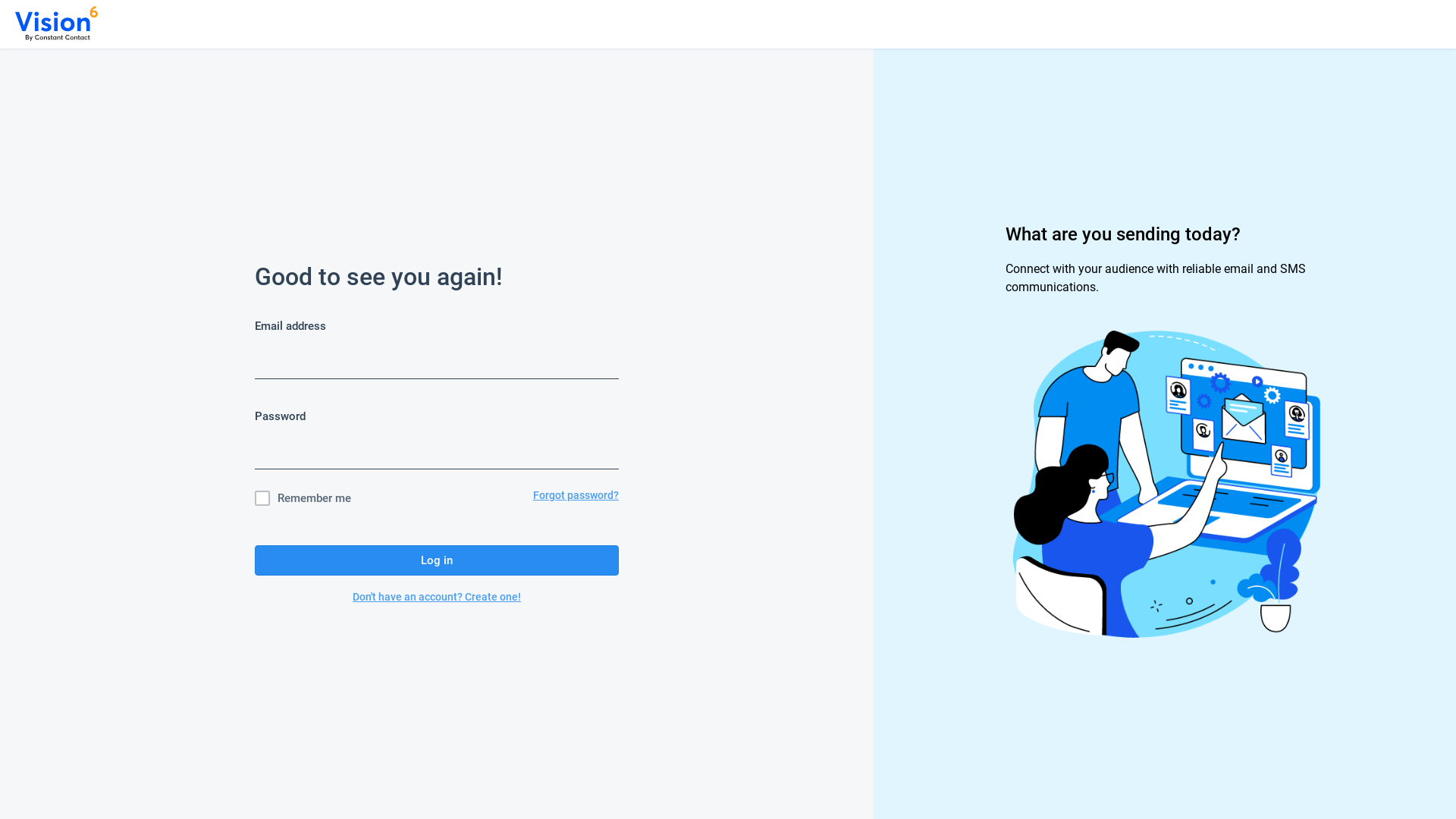 The image size is (1456, 819). I want to click on 'Forgot password?', so click(575, 497).